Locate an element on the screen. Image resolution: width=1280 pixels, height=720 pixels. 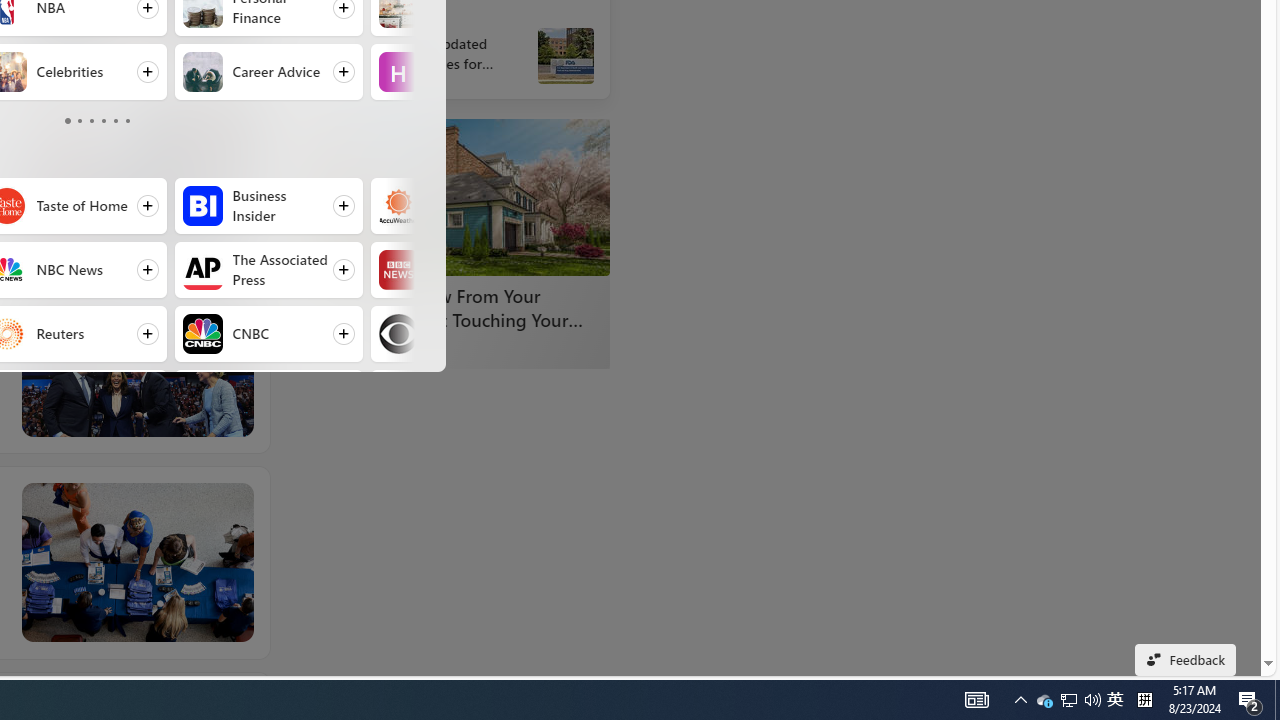
'CNBC' is located at coordinates (202, 333).